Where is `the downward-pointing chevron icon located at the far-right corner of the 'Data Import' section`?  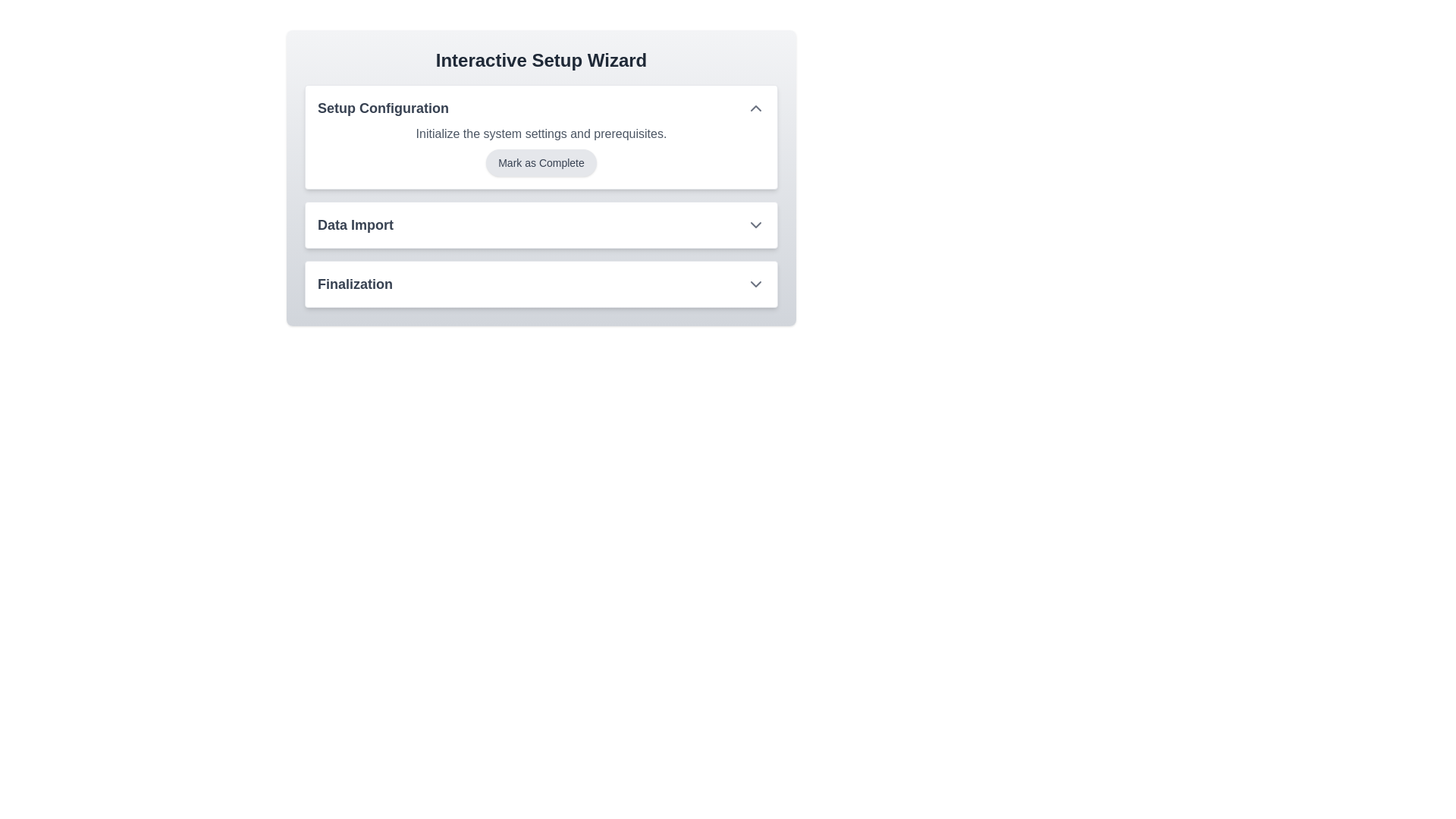
the downward-pointing chevron icon located at the far-right corner of the 'Data Import' section is located at coordinates (756, 225).